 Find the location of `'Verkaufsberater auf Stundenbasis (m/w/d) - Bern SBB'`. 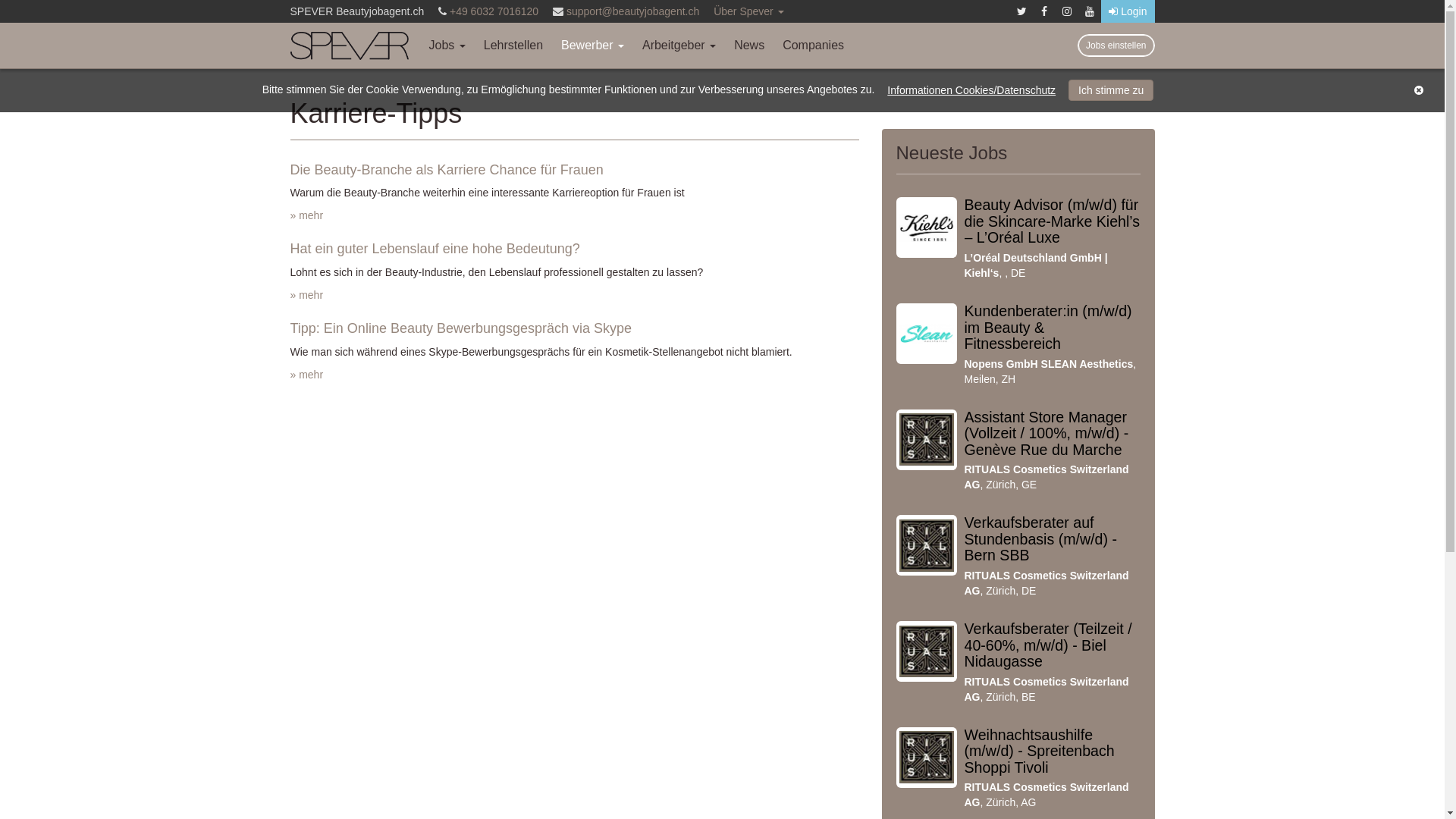

'Verkaufsberater auf Stundenbasis (m/w/d) - Bern SBB' is located at coordinates (1040, 538).